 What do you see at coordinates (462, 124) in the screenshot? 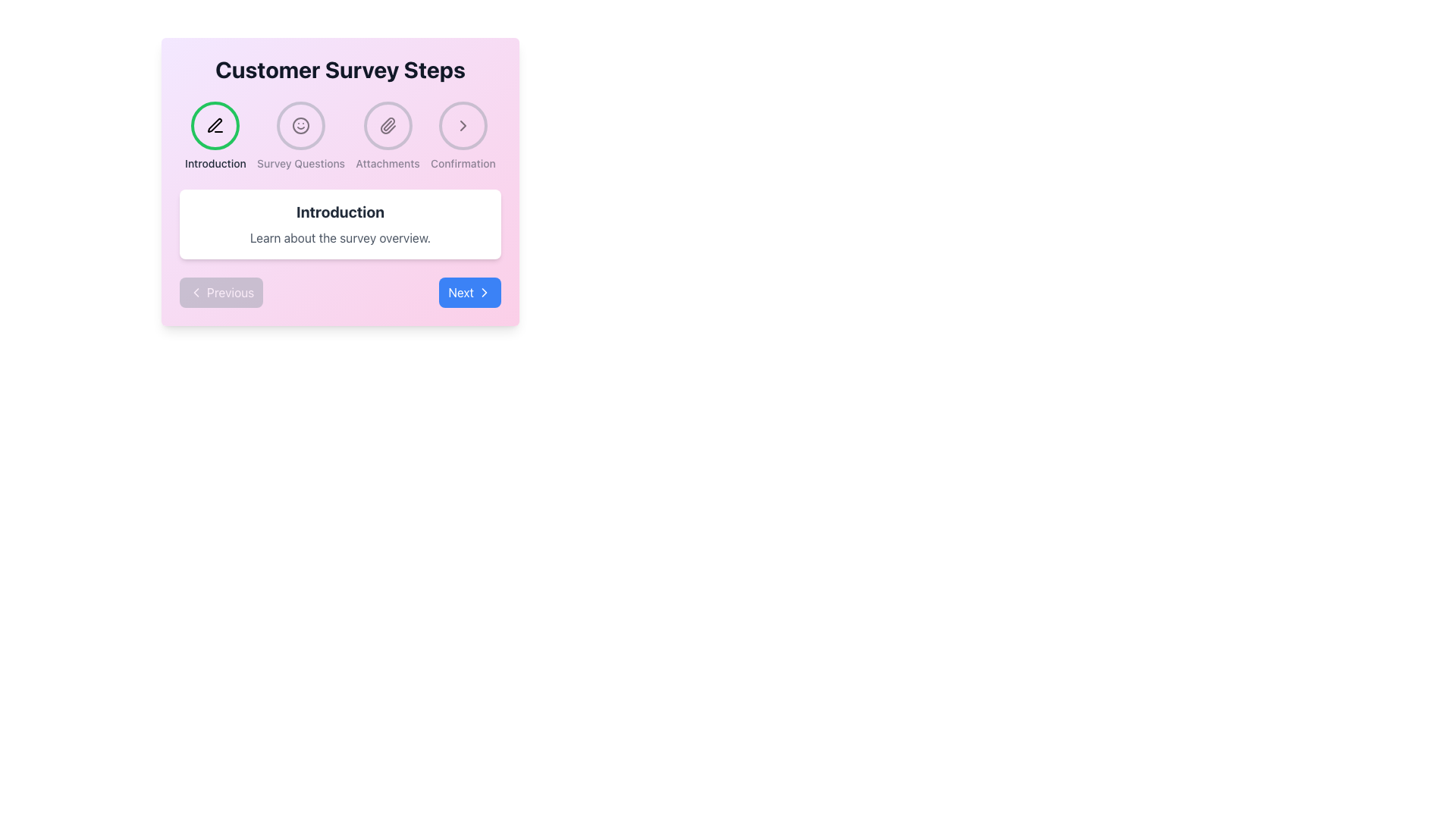
I see `the Step Indicator Button, which is a circular button with a gray border and a right-facing chevron arrow icon at its center, located as the fourth step in the 'Customer Survey Steps' navigation` at bounding box center [462, 124].